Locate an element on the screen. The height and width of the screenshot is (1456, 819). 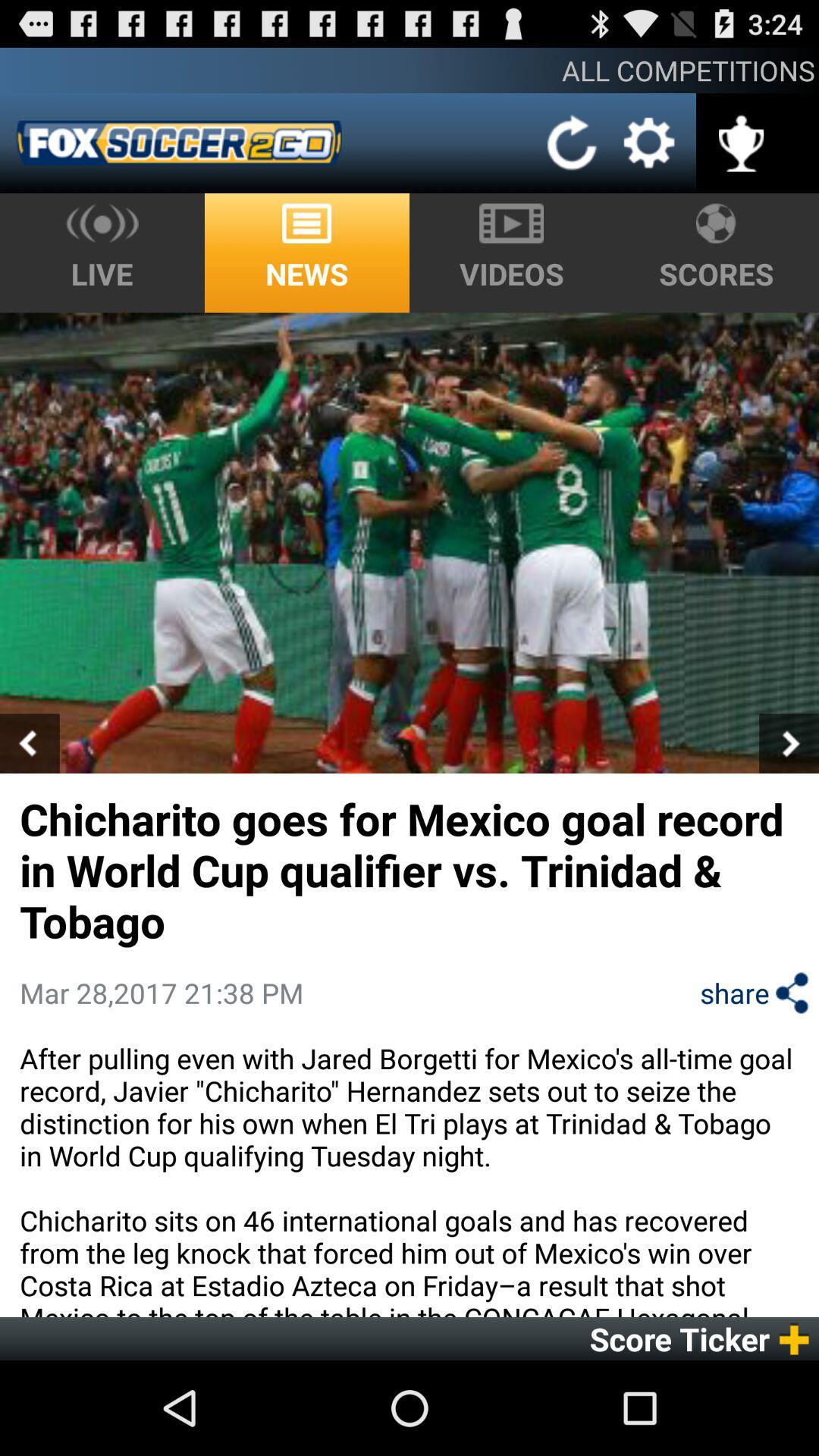
the arrow_forward icon is located at coordinates (788, 795).